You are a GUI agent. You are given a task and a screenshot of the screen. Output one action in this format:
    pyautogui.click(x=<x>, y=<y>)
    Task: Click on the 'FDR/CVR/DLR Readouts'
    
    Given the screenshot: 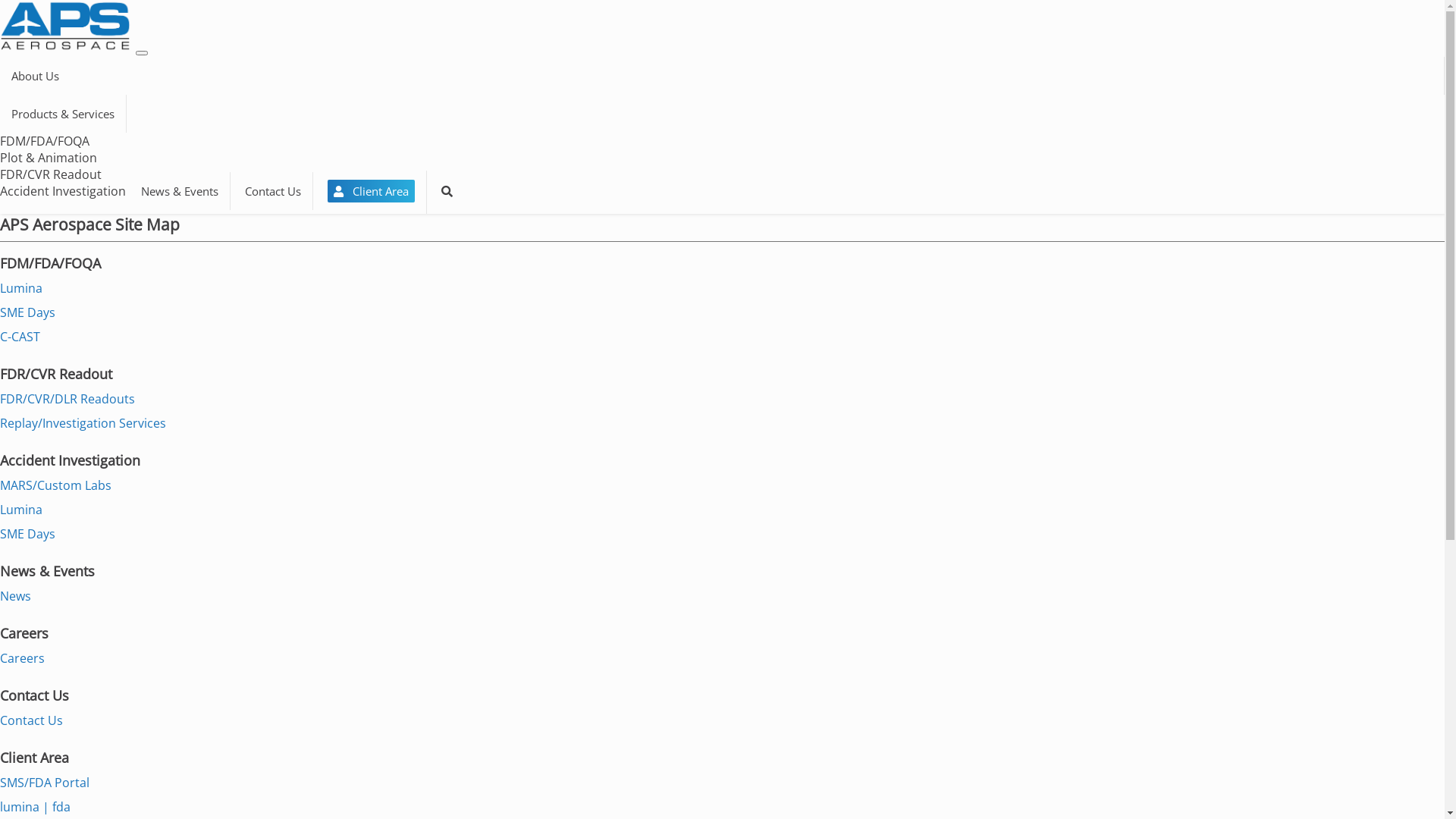 What is the action you would take?
    pyautogui.click(x=67, y=397)
    